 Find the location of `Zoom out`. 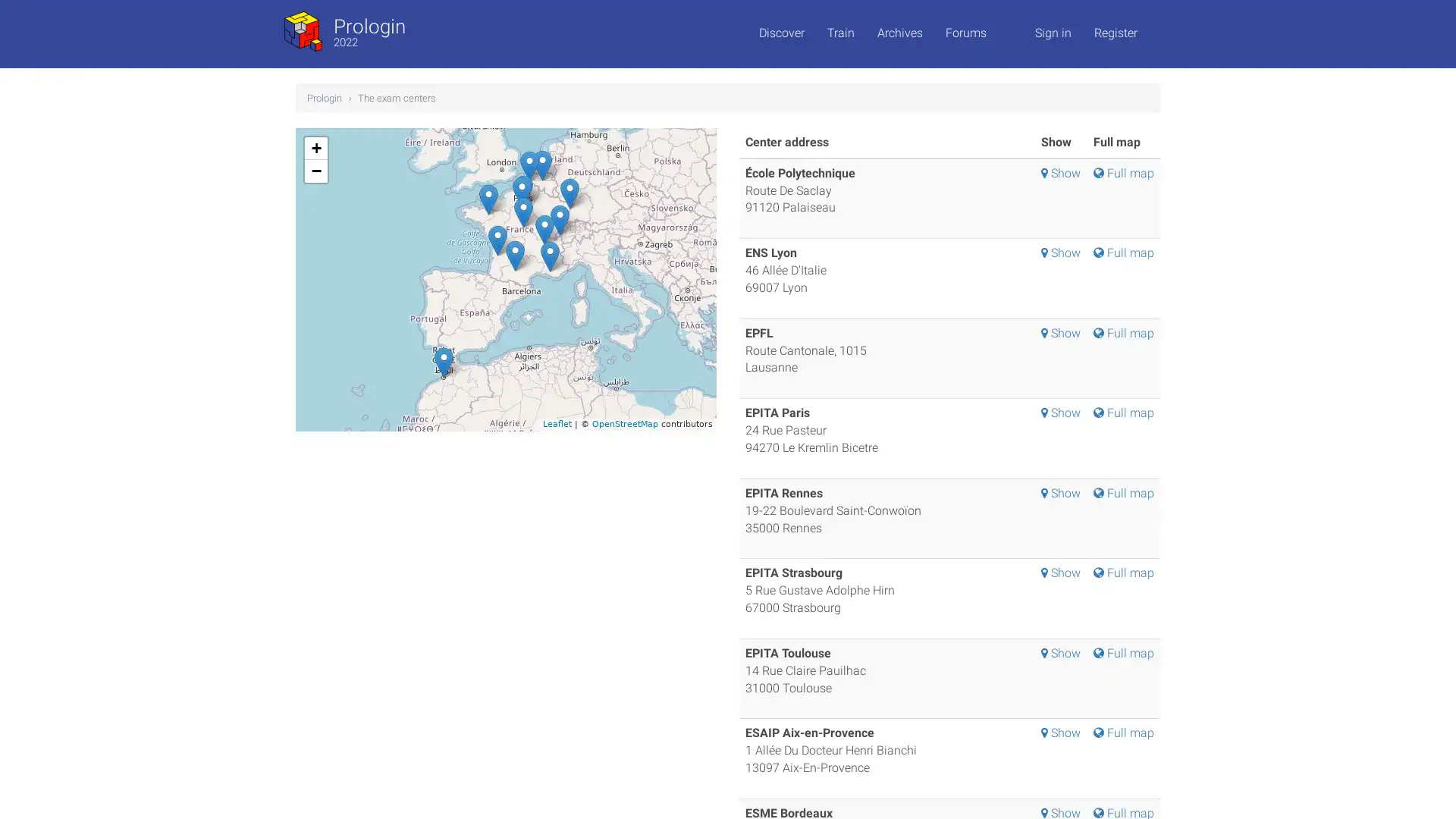

Zoom out is located at coordinates (315, 170).